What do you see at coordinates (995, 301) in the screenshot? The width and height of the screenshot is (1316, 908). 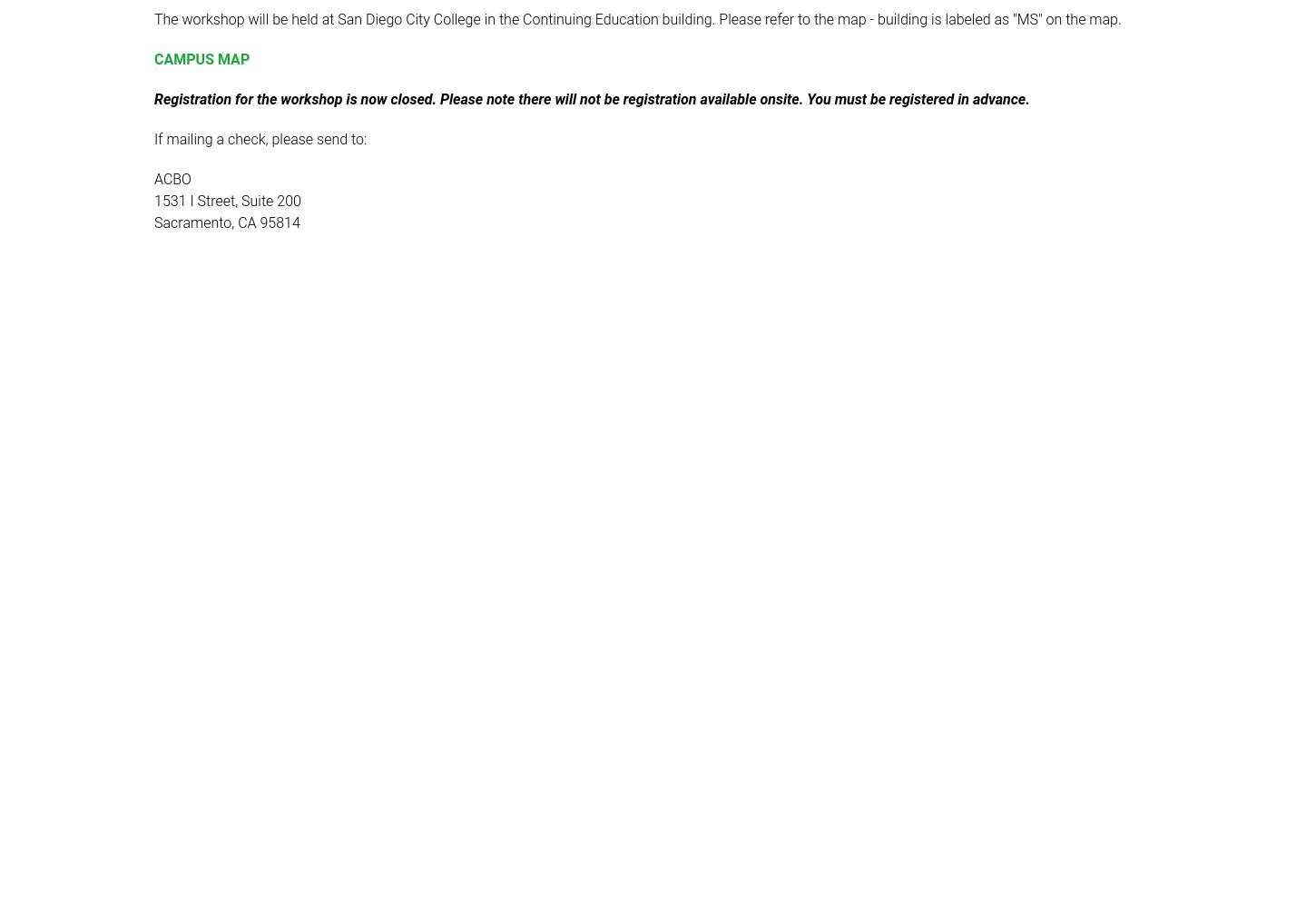 I see `'2023 Association of Chief Business Officials - ACBO'` at bounding box center [995, 301].